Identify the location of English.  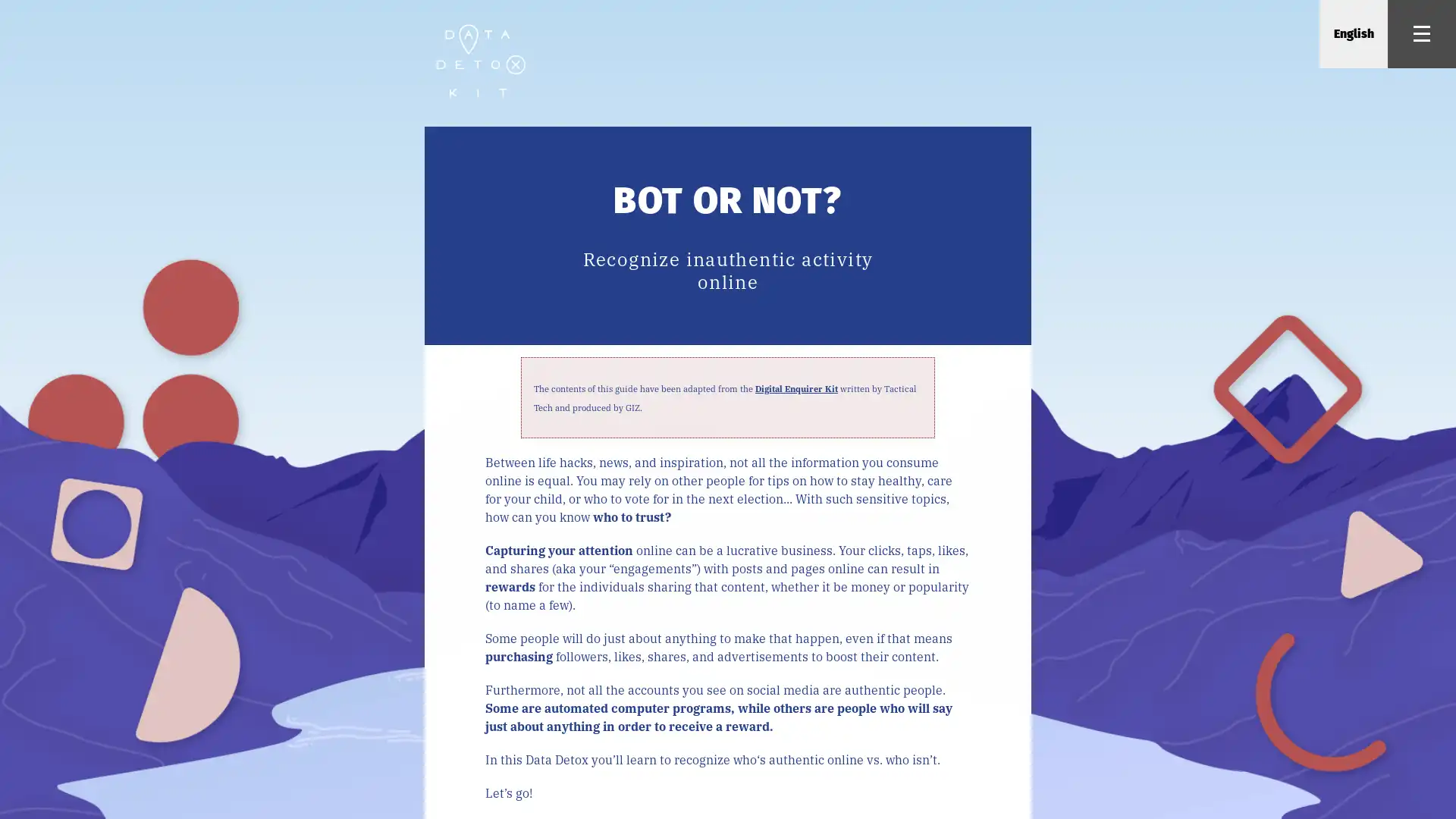
(1353, 34).